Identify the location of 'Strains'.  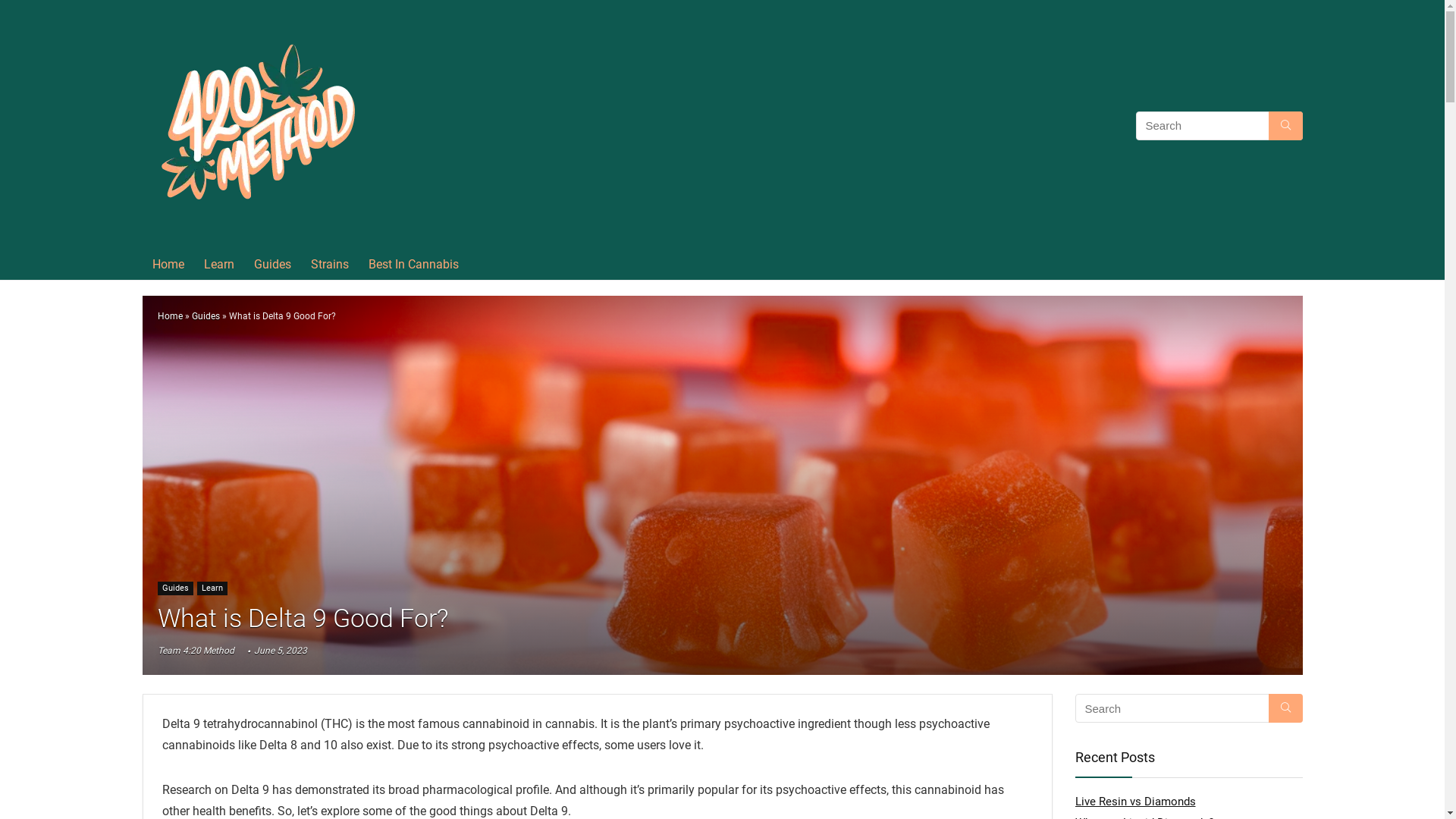
(328, 265).